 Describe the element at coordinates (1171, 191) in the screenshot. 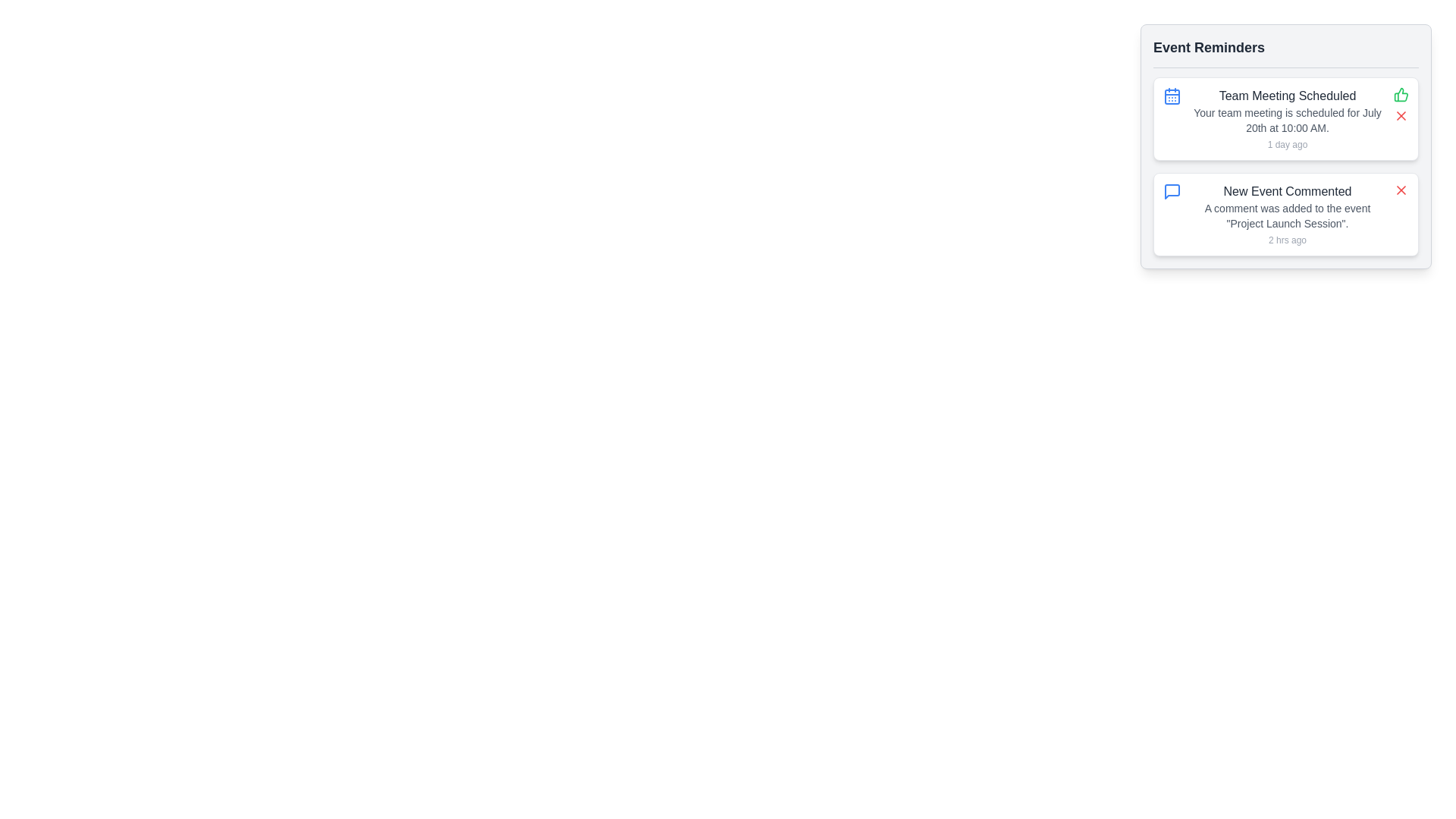

I see `the small, square-shaped blue speech bubble icon located at the top-left corner of the notification block containing the text 'New Event Commented'` at that location.